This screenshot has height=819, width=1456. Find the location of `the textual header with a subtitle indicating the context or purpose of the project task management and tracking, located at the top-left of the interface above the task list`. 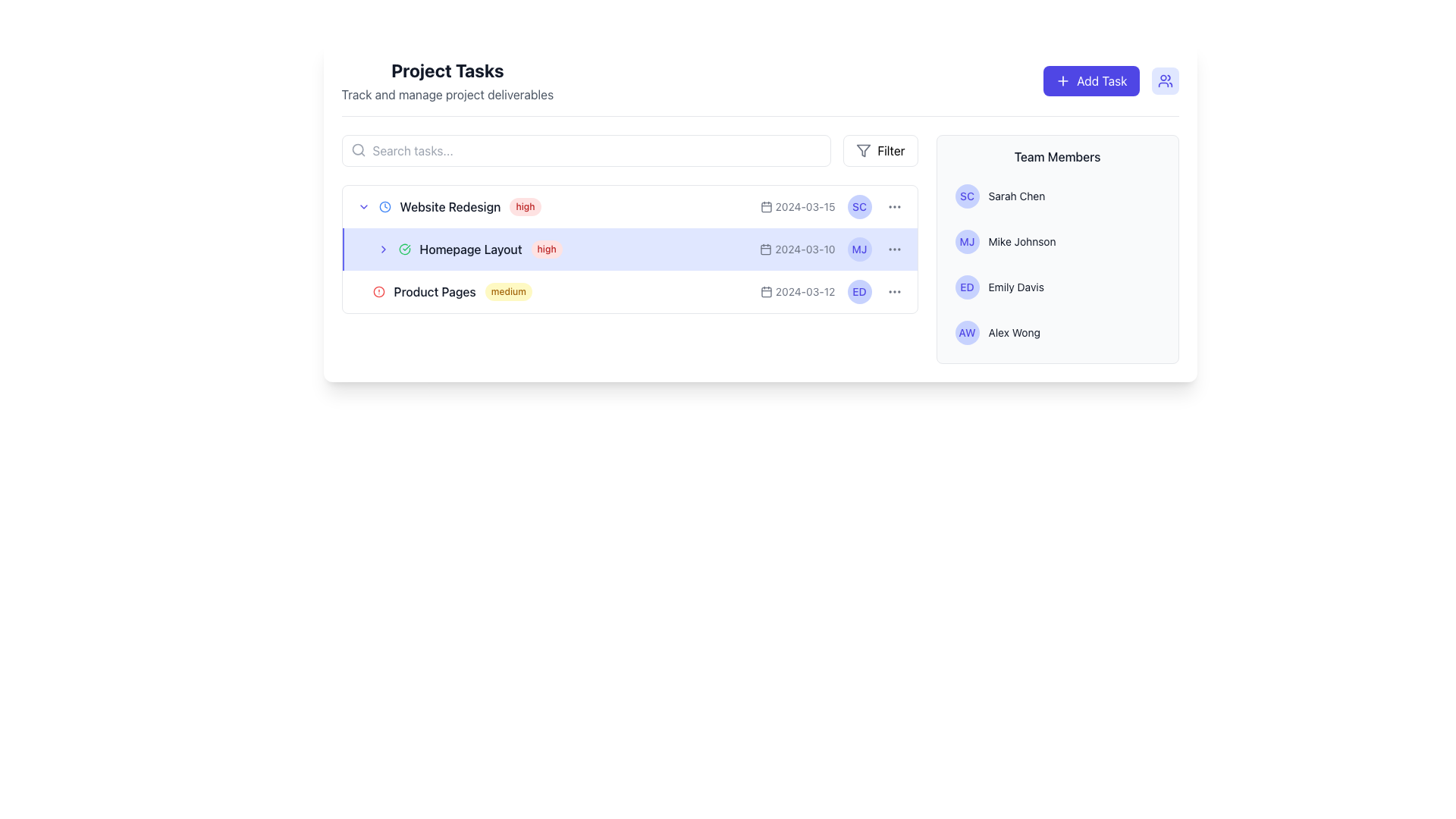

the textual header with a subtitle indicating the context or purpose of the project task management and tracking, located at the top-left of the interface above the task list is located at coordinates (447, 81).